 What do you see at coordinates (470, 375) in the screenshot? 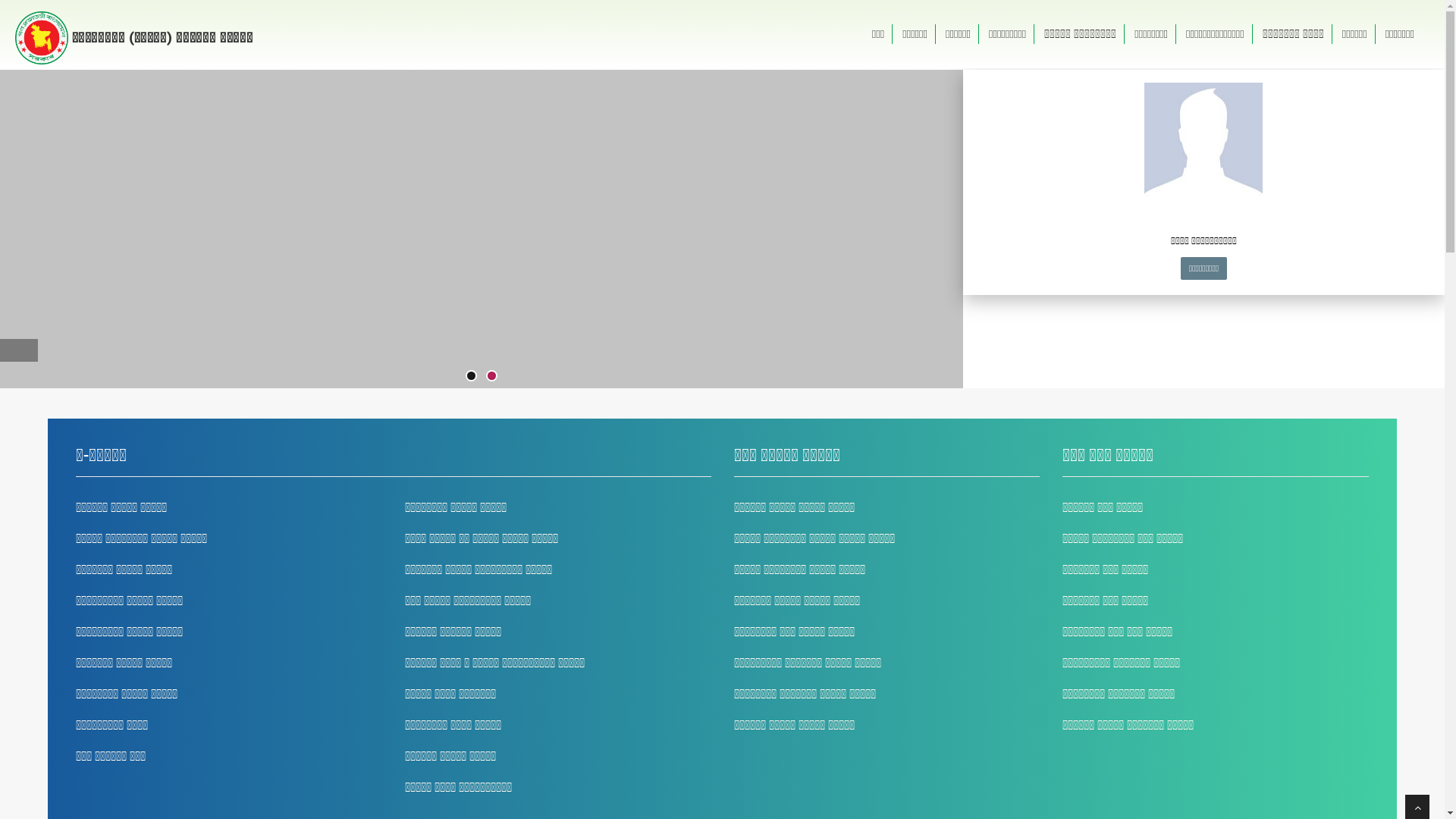
I see `'1'` at bounding box center [470, 375].